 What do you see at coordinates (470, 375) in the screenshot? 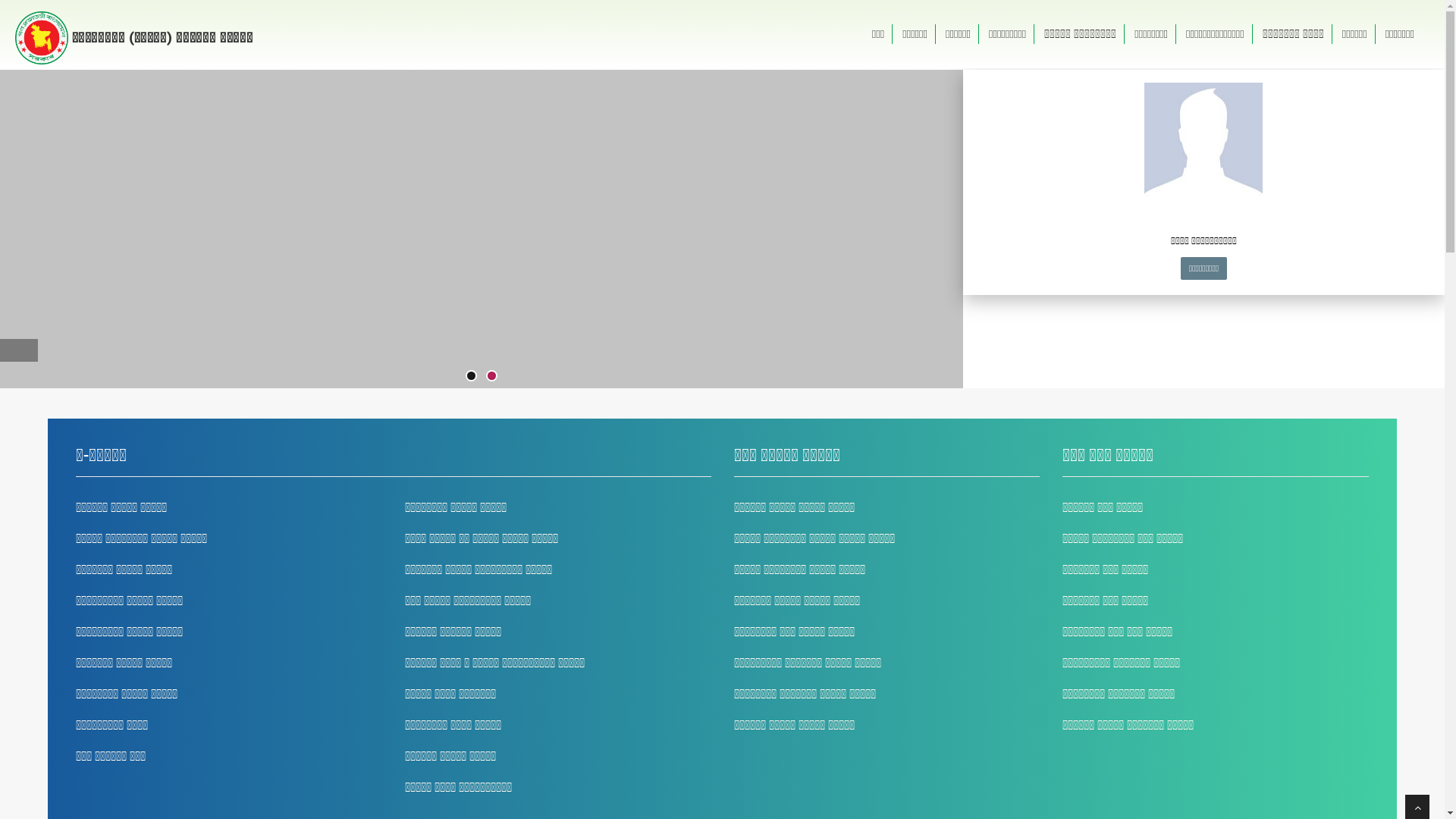
I see `'1'` at bounding box center [470, 375].